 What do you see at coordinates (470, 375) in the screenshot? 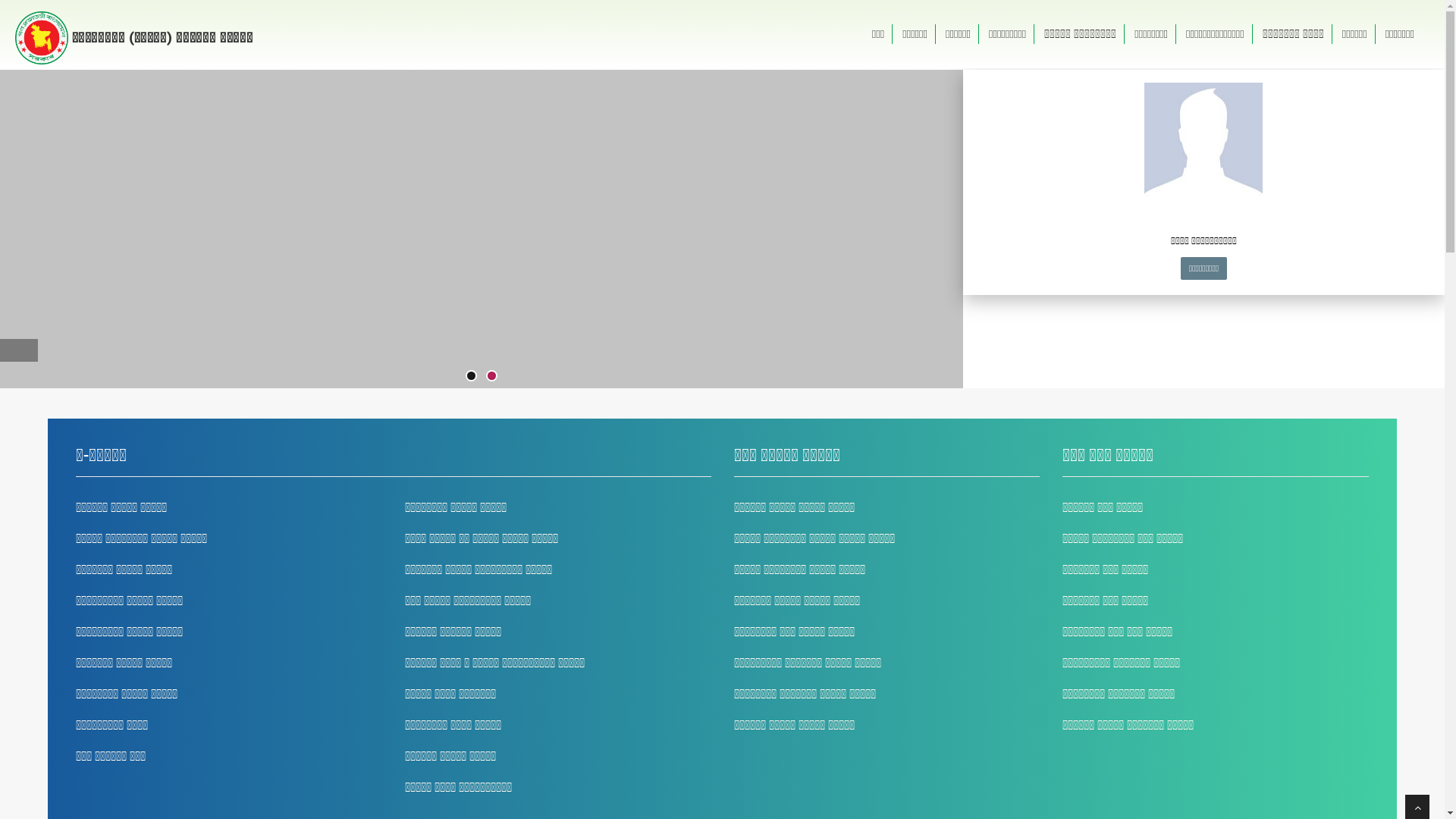
I see `'1'` at bounding box center [470, 375].